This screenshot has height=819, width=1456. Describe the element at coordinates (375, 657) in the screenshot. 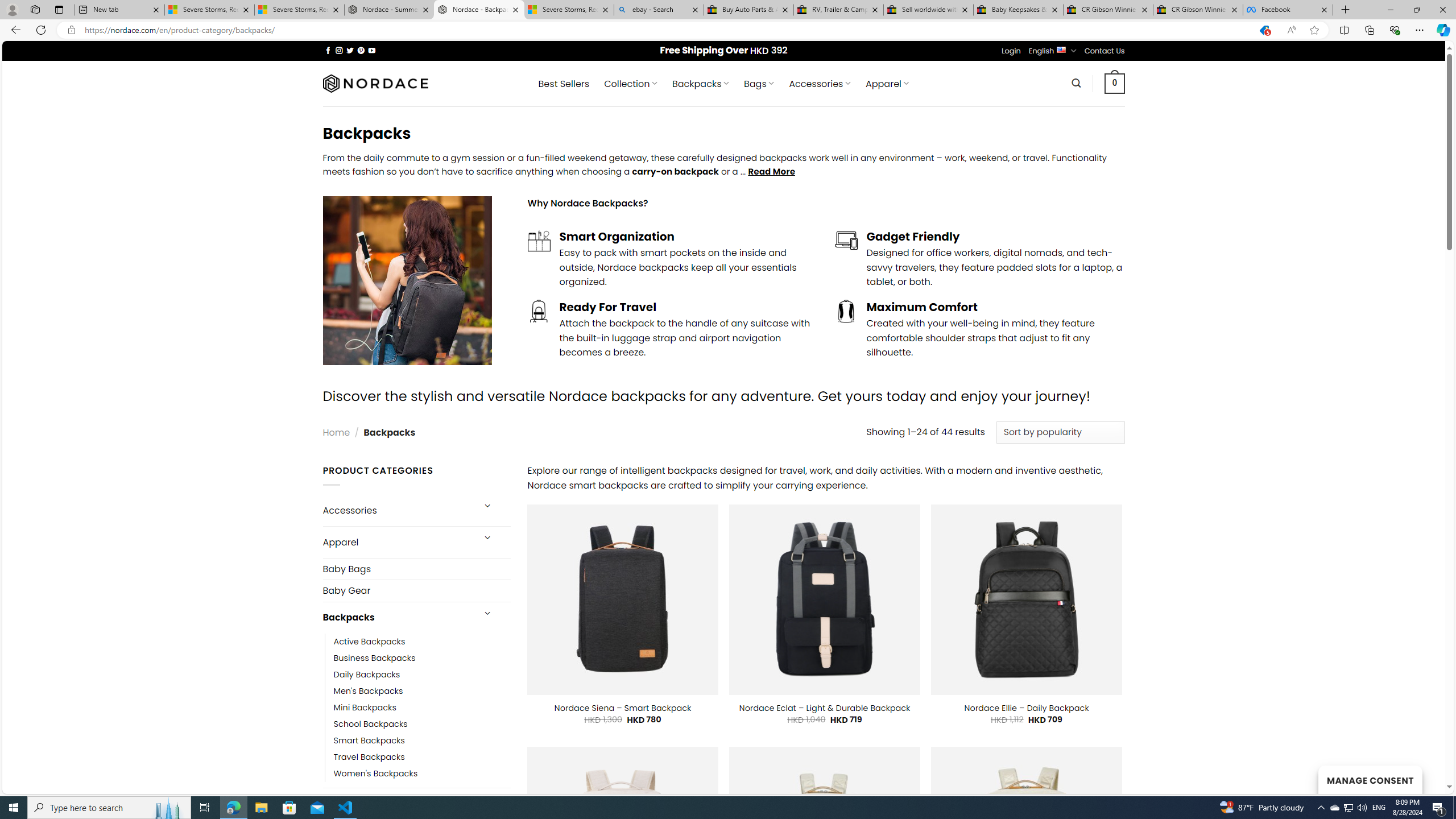

I see `'Business Backpacks'` at that location.